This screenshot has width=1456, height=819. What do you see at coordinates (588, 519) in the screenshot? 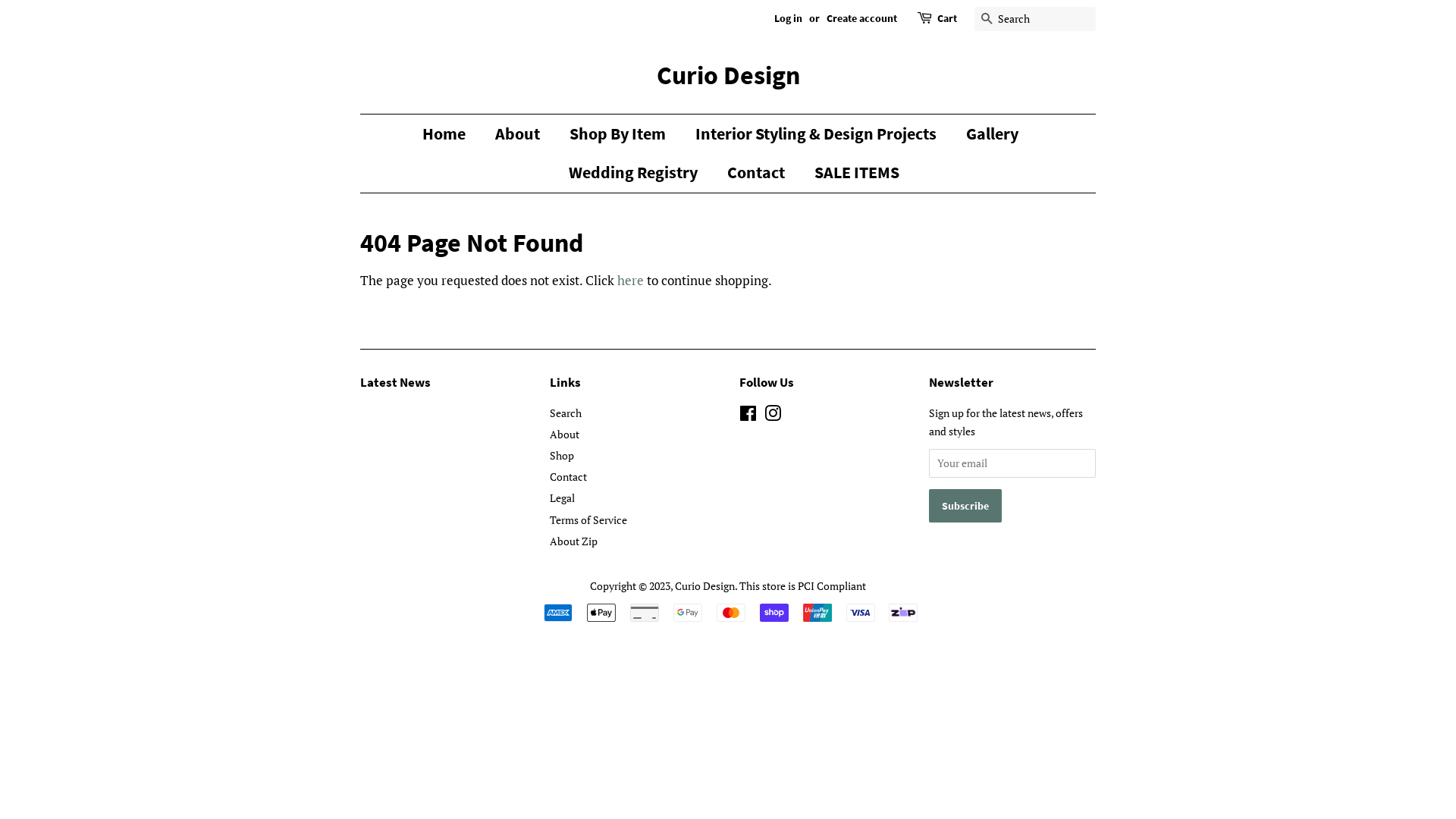
I see `'Terms of Service'` at bounding box center [588, 519].